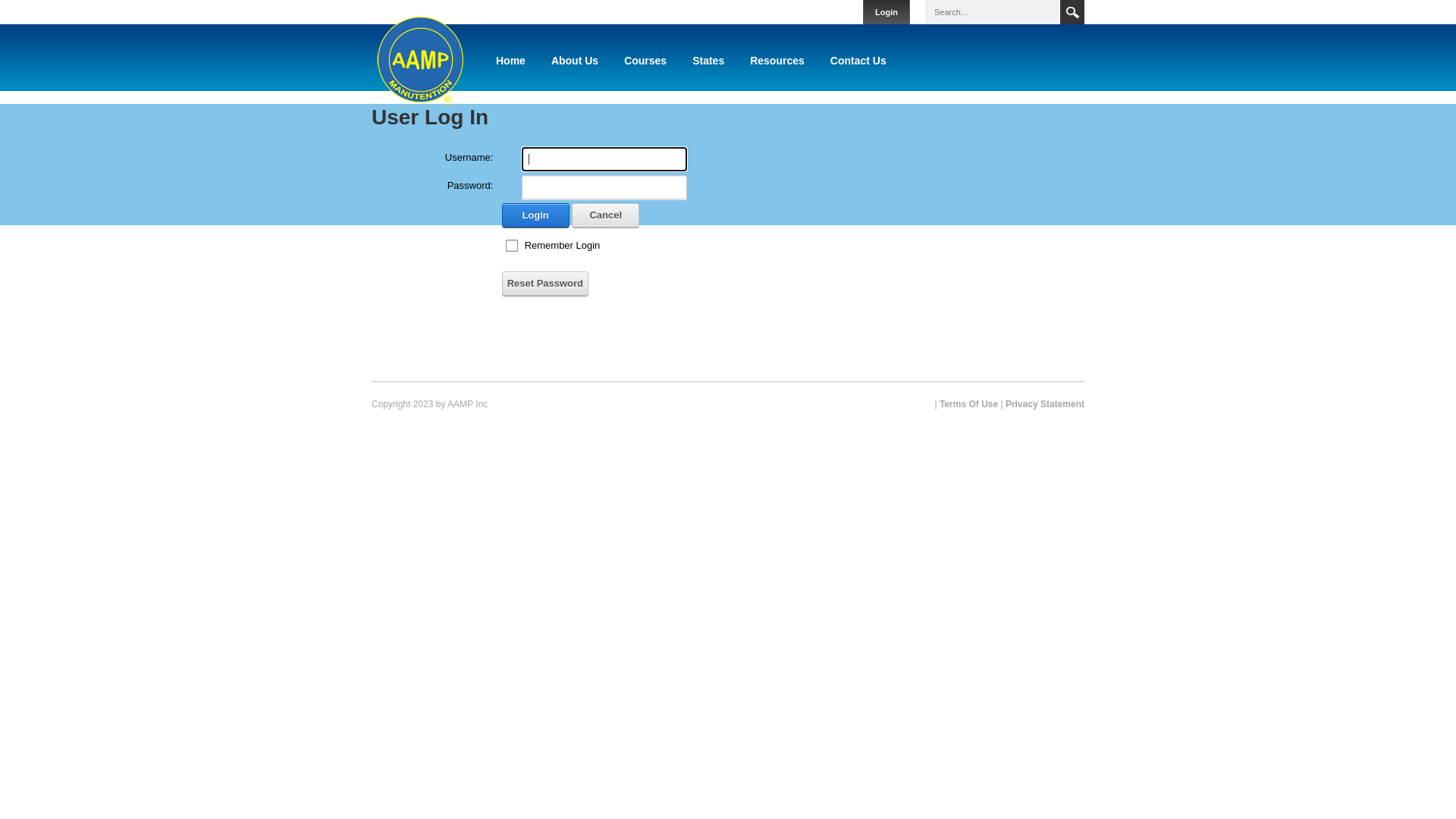 The width and height of the screenshot is (1456, 819). I want to click on 'Courses', so click(645, 60).